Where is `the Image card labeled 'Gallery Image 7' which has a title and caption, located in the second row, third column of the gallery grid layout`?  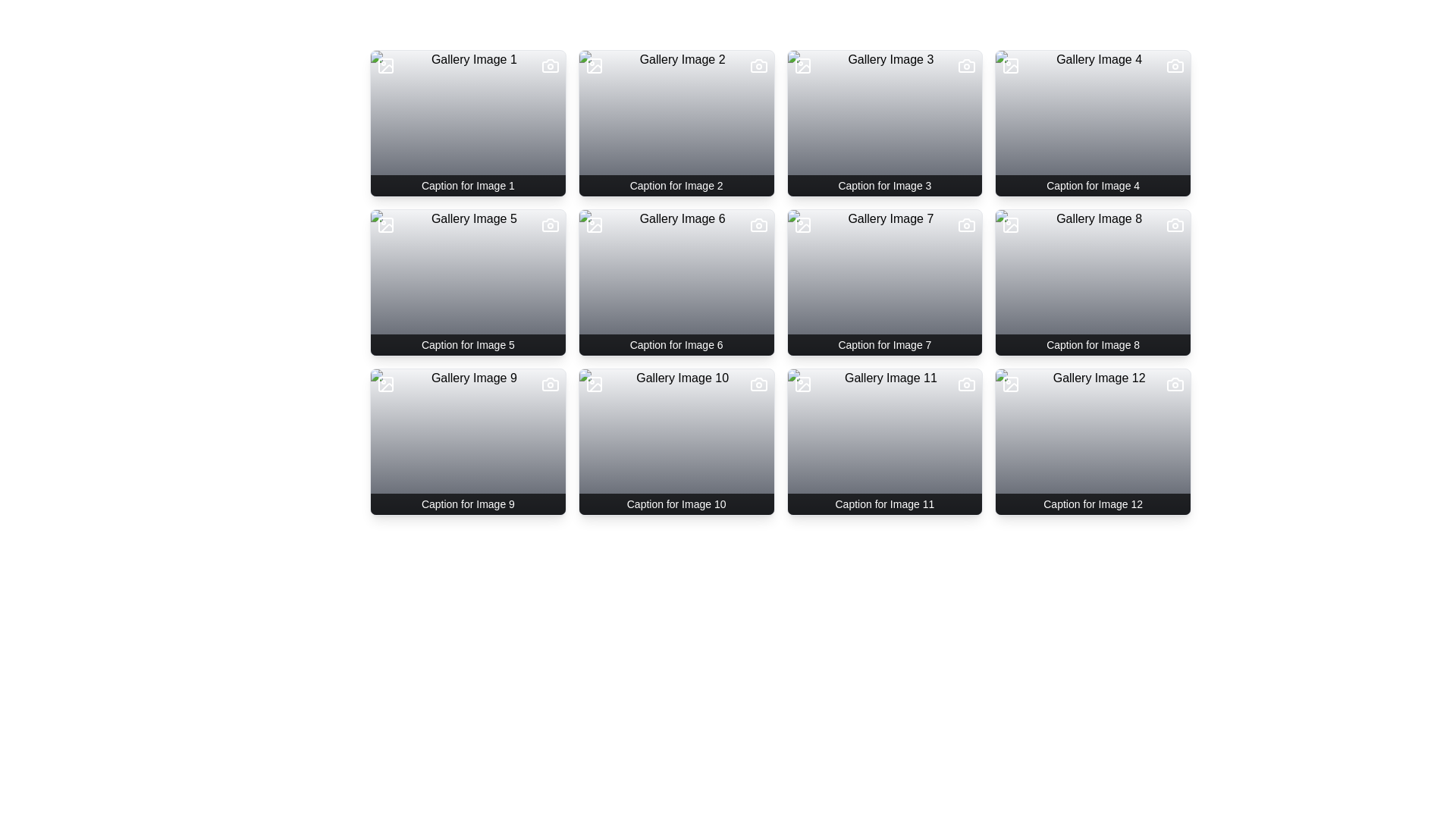
the Image card labeled 'Gallery Image 7' which has a title and caption, located in the second row, third column of the gallery grid layout is located at coordinates (884, 283).